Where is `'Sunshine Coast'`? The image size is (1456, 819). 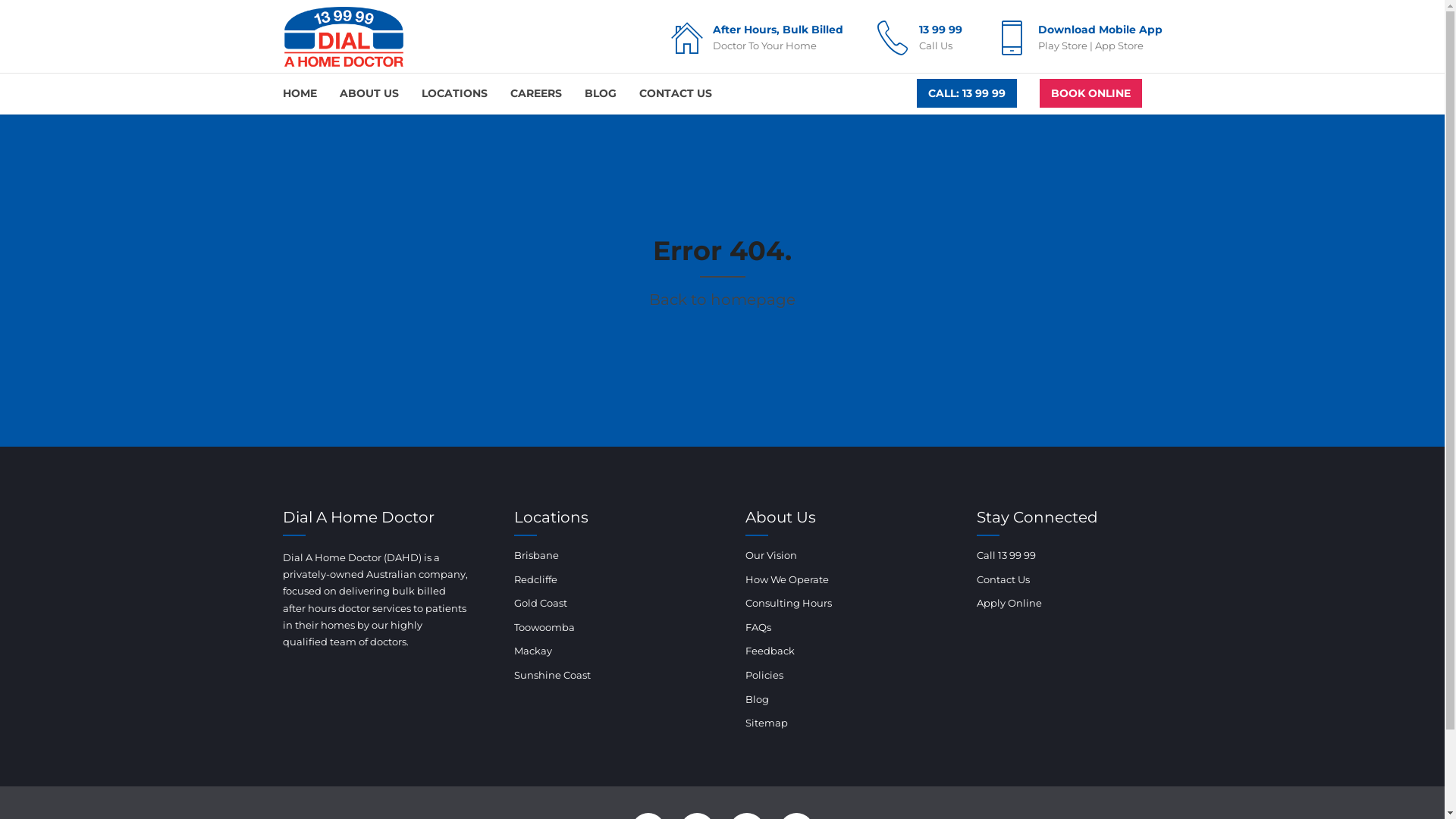
'Sunshine Coast' is located at coordinates (551, 674).